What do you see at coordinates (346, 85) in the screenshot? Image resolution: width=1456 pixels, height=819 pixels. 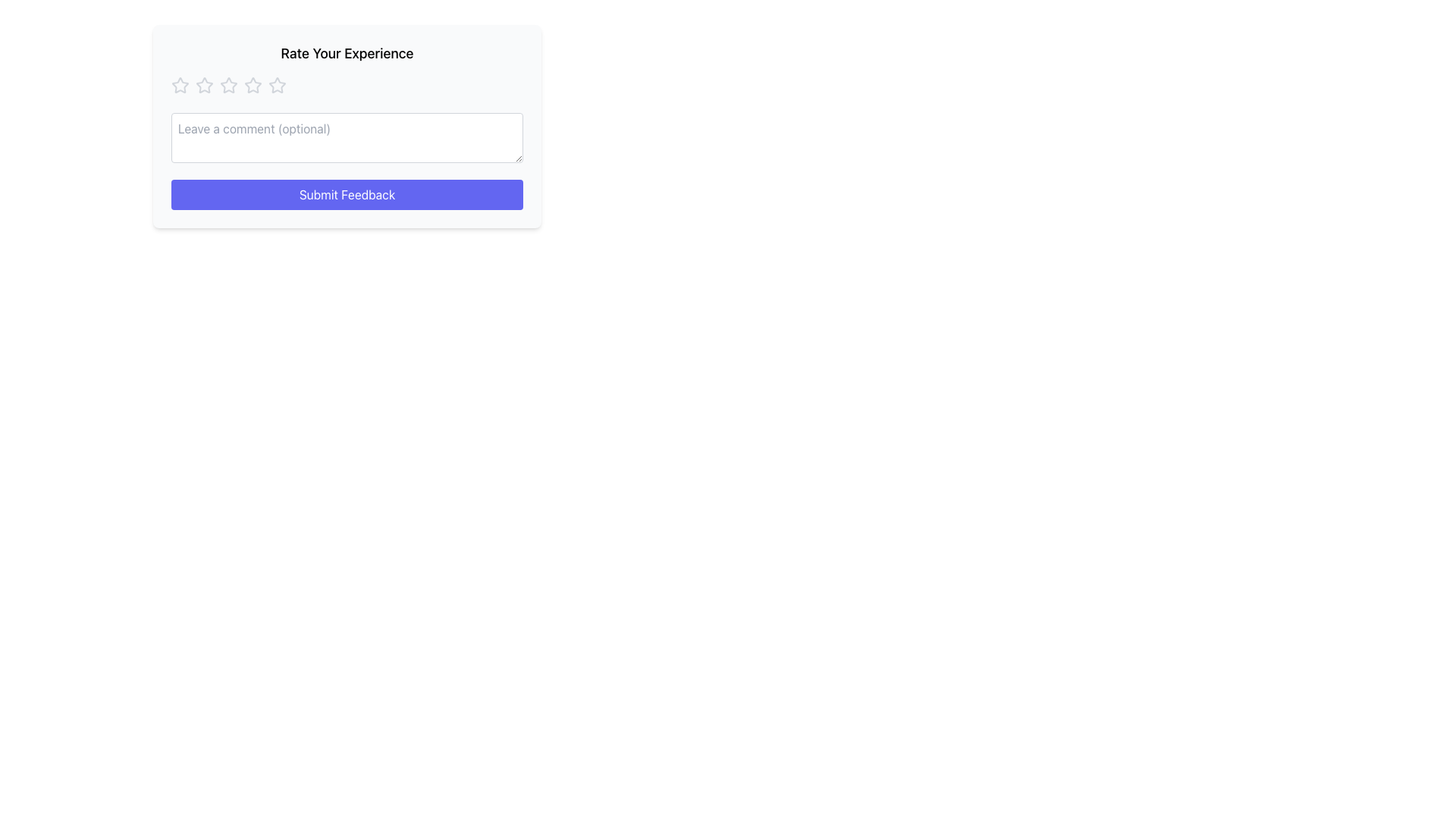 I see `the second star in the star-based rating component to activate hover states` at bounding box center [346, 85].